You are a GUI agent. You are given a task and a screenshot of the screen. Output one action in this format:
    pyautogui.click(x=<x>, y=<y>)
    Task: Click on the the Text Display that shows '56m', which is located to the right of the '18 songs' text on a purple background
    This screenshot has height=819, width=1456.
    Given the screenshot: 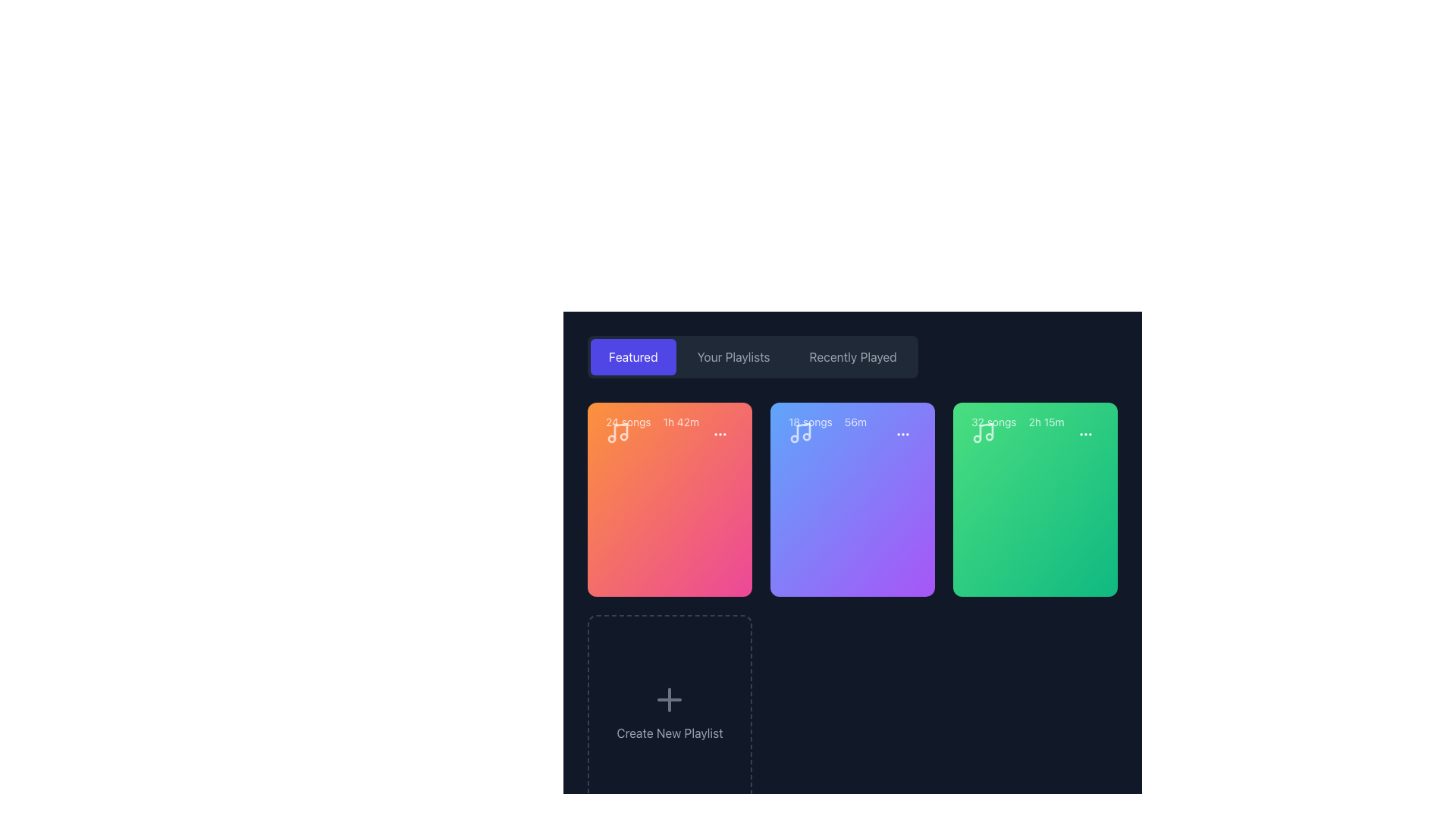 What is the action you would take?
    pyautogui.click(x=855, y=422)
    